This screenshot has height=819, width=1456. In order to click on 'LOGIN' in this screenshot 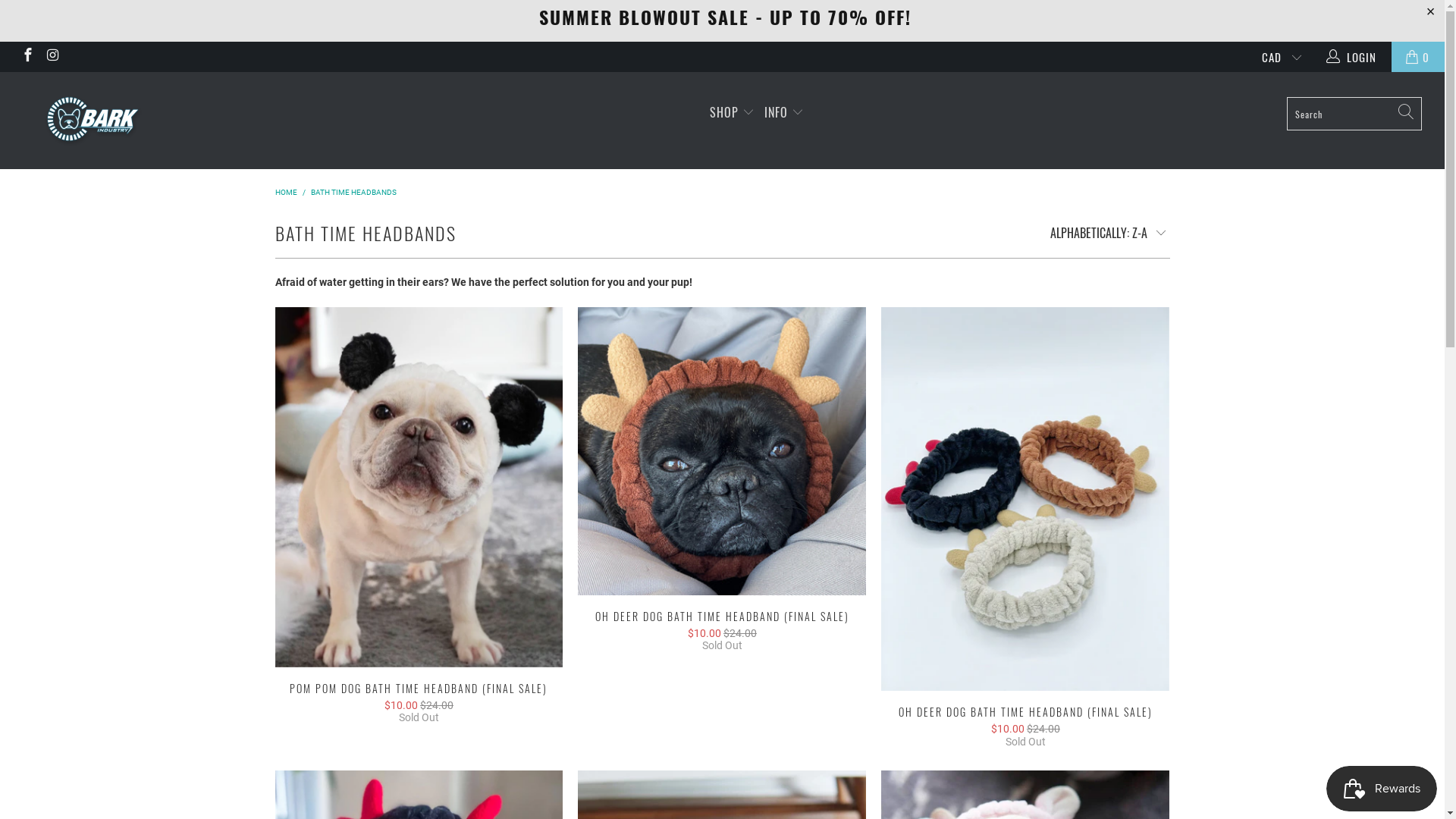, I will do `click(1353, 55)`.